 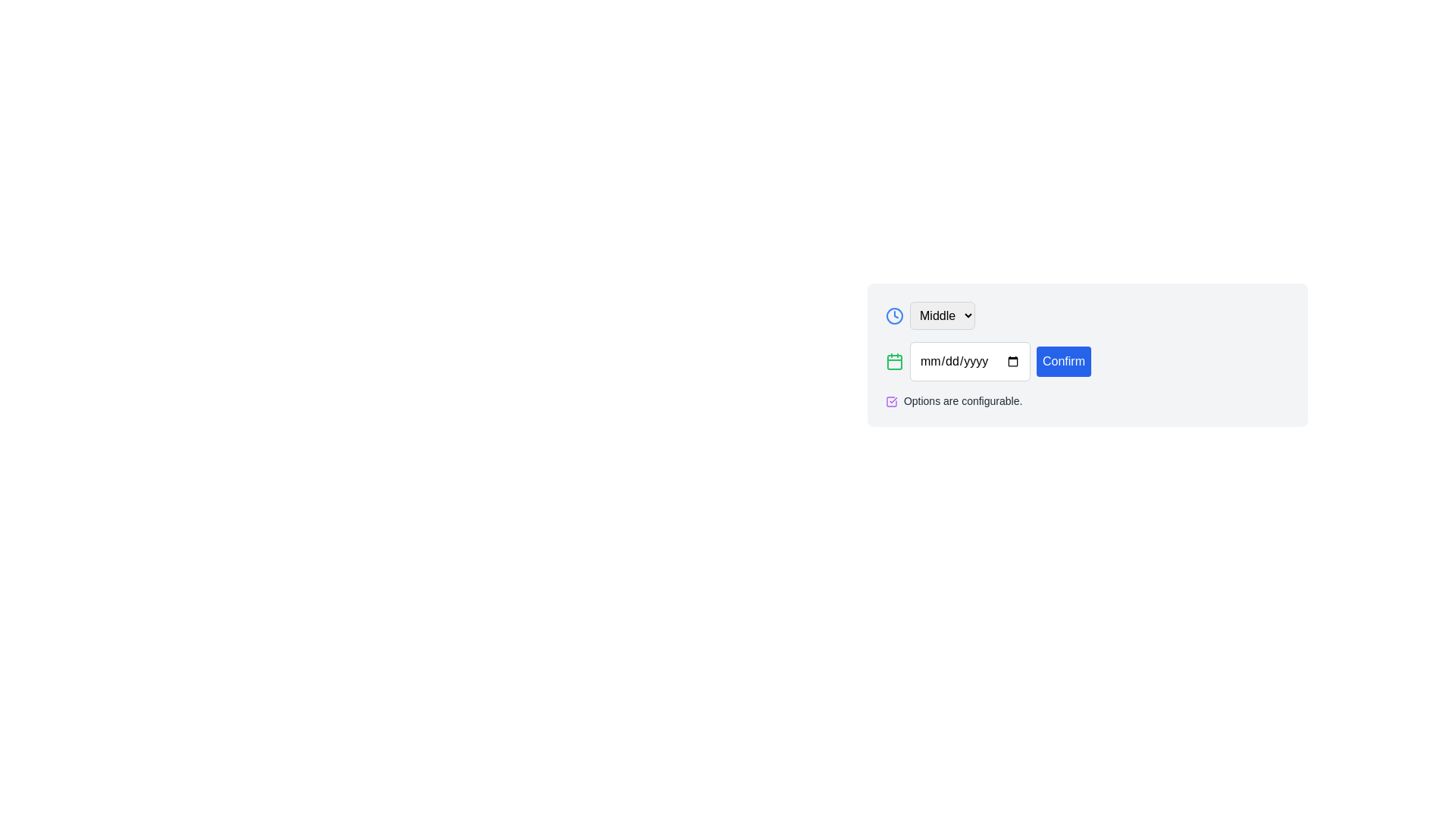 I want to click on the Dropdown menu located at the center of the horizontal grouping of icons and controls, positioned above a date input field and a confirmation button, so click(x=942, y=315).